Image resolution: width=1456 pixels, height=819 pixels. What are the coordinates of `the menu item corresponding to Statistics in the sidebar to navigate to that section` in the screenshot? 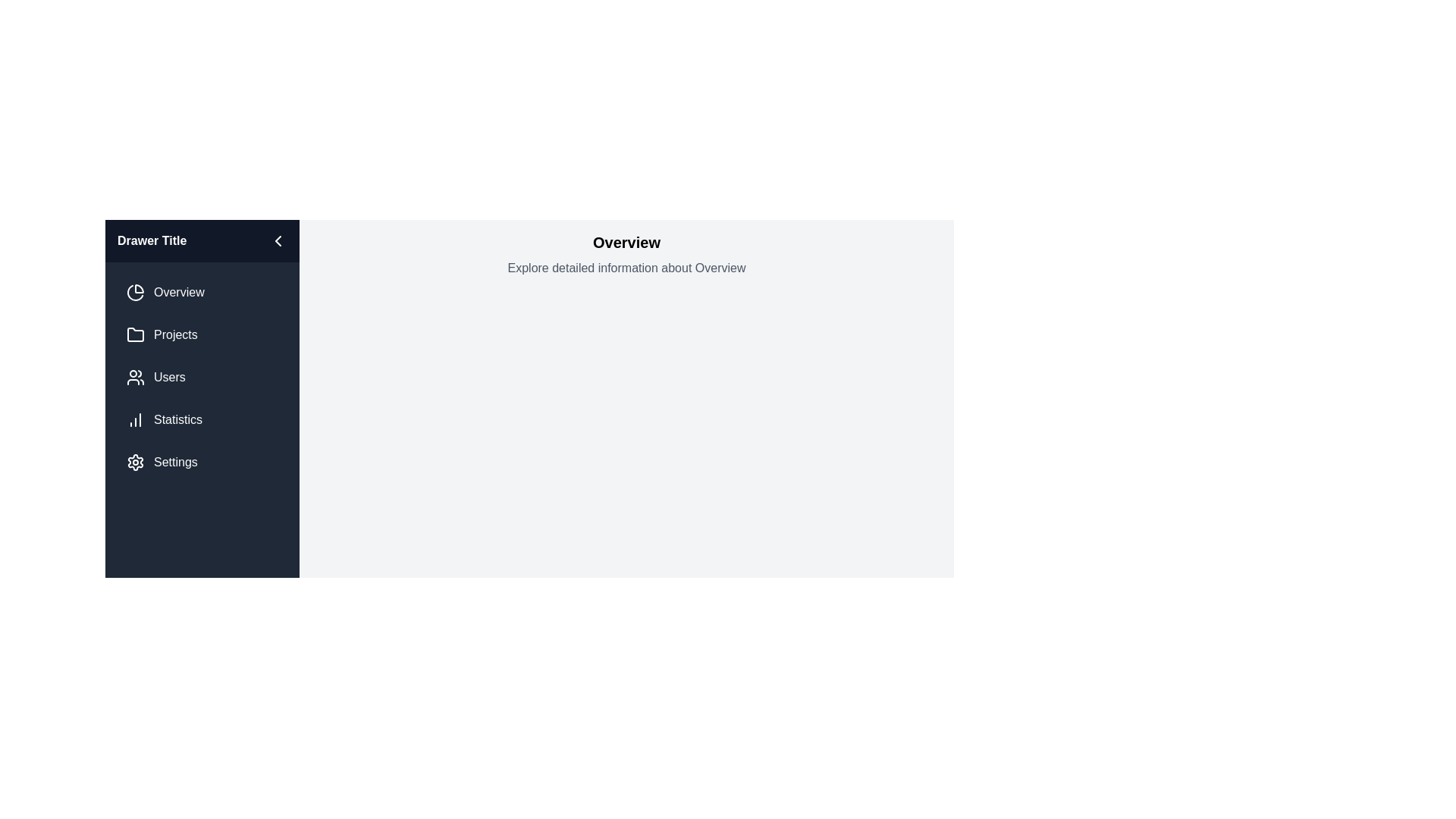 It's located at (202, 420).